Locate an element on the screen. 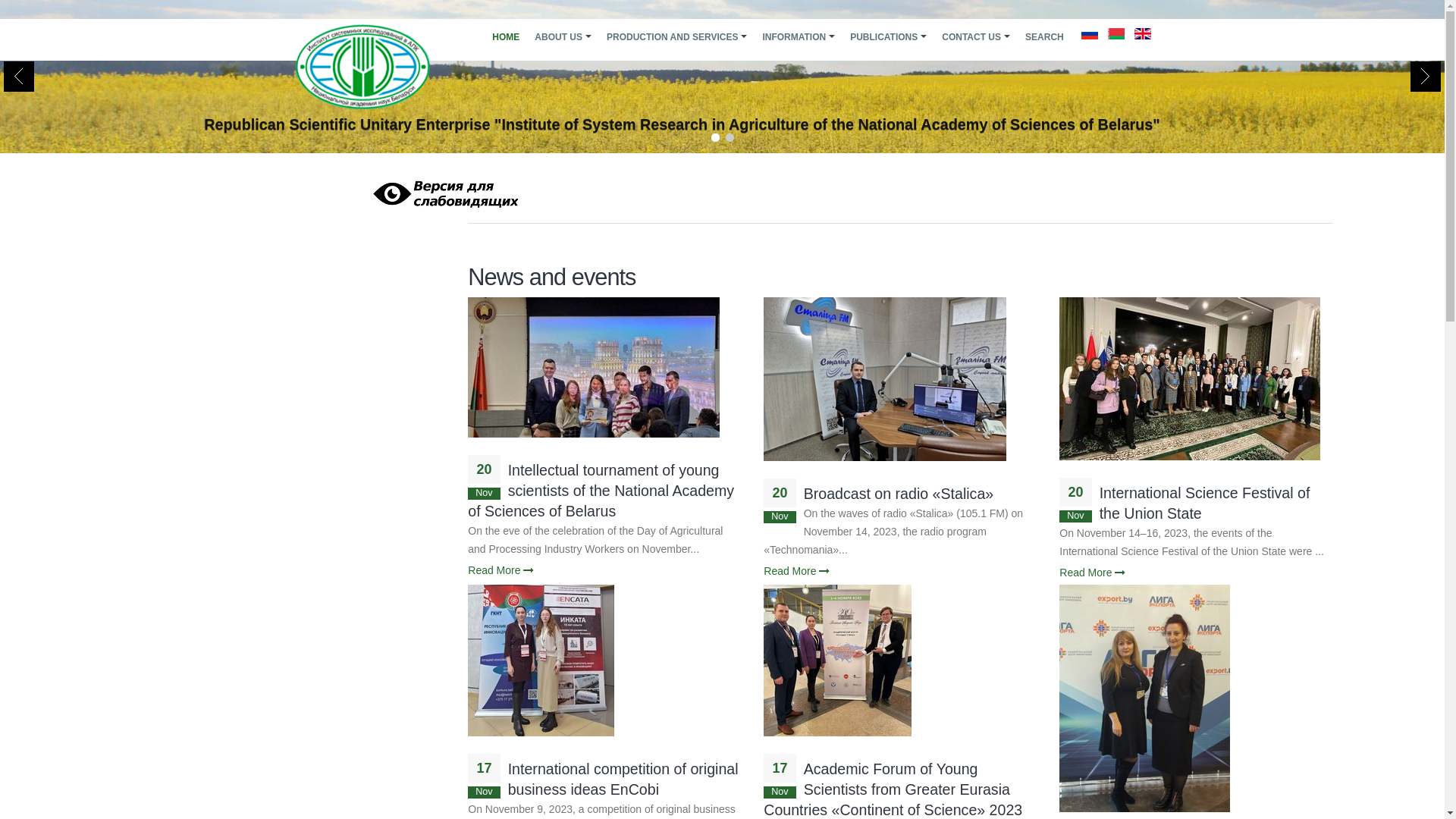 The image size is (1456, 819). 'PRODUCTION AND SERVICES' is located at coordinates (676, 36).